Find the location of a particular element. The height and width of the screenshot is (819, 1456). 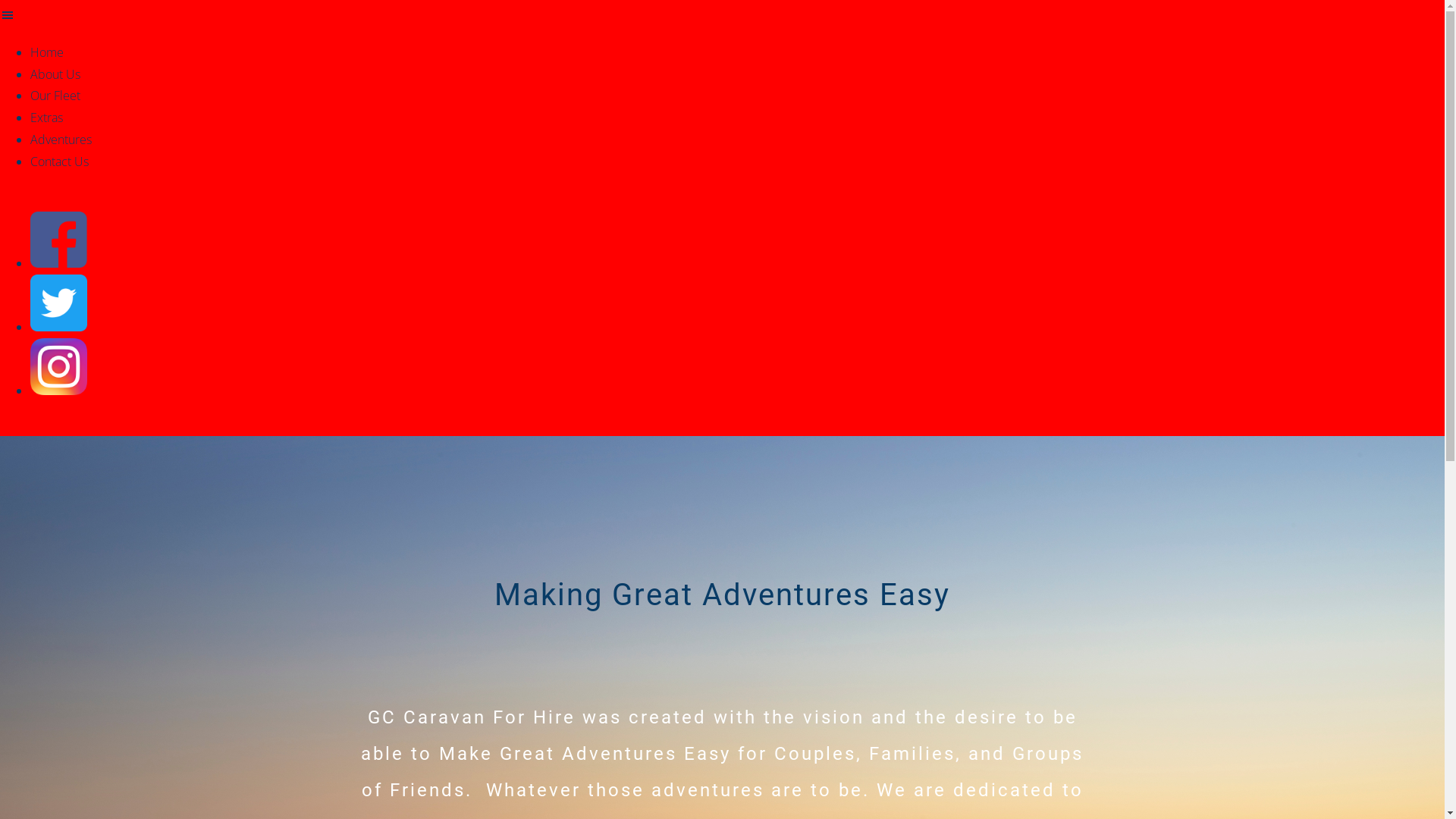

'Contact Us' is located at coordinates (59, 161).